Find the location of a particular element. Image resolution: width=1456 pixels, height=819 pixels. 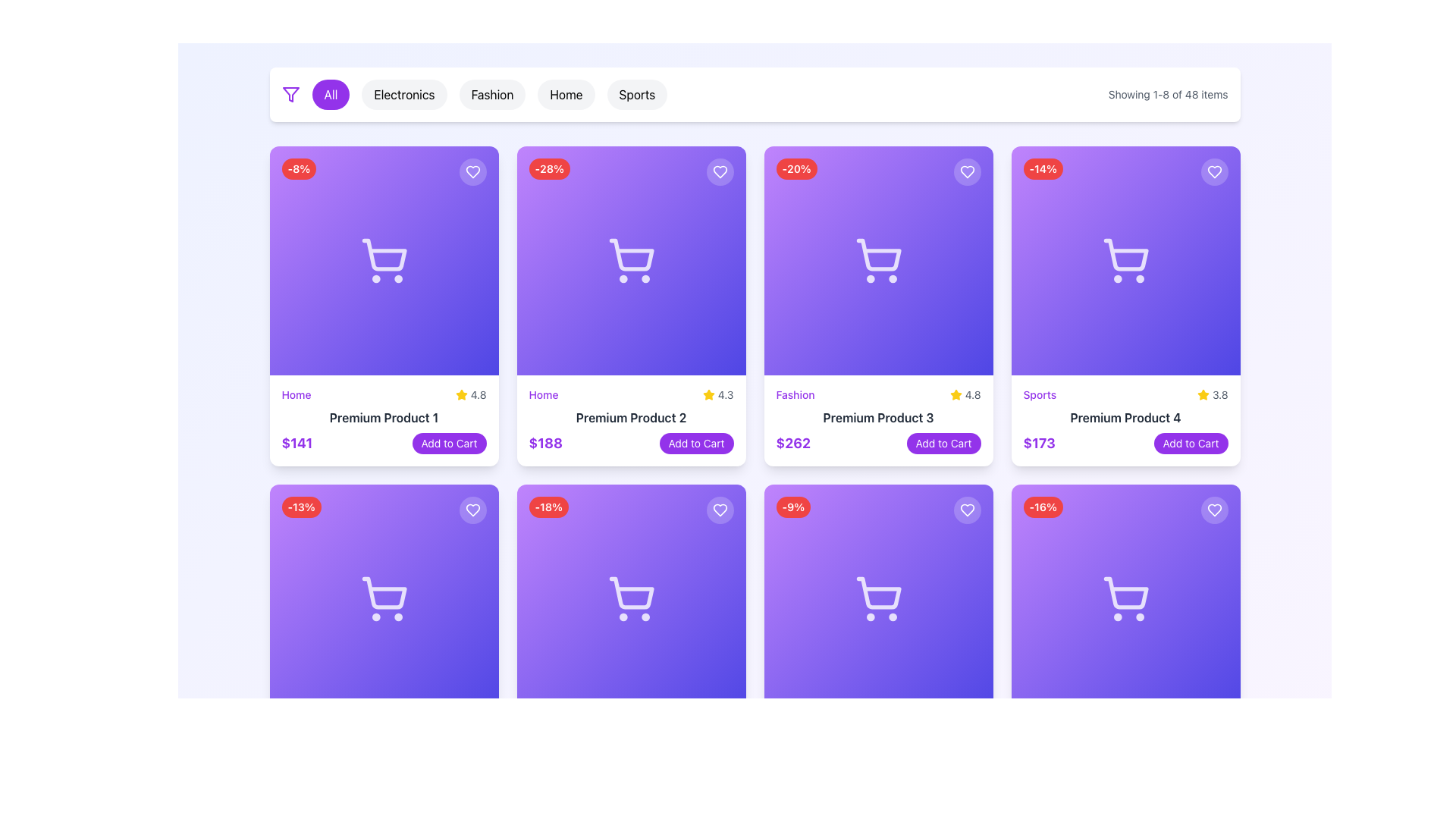

the 'Fashion' button, which is a rectangular button with a light gray background and black text, located in the navigation bar above the product grid is located at coordinates (473, 94).